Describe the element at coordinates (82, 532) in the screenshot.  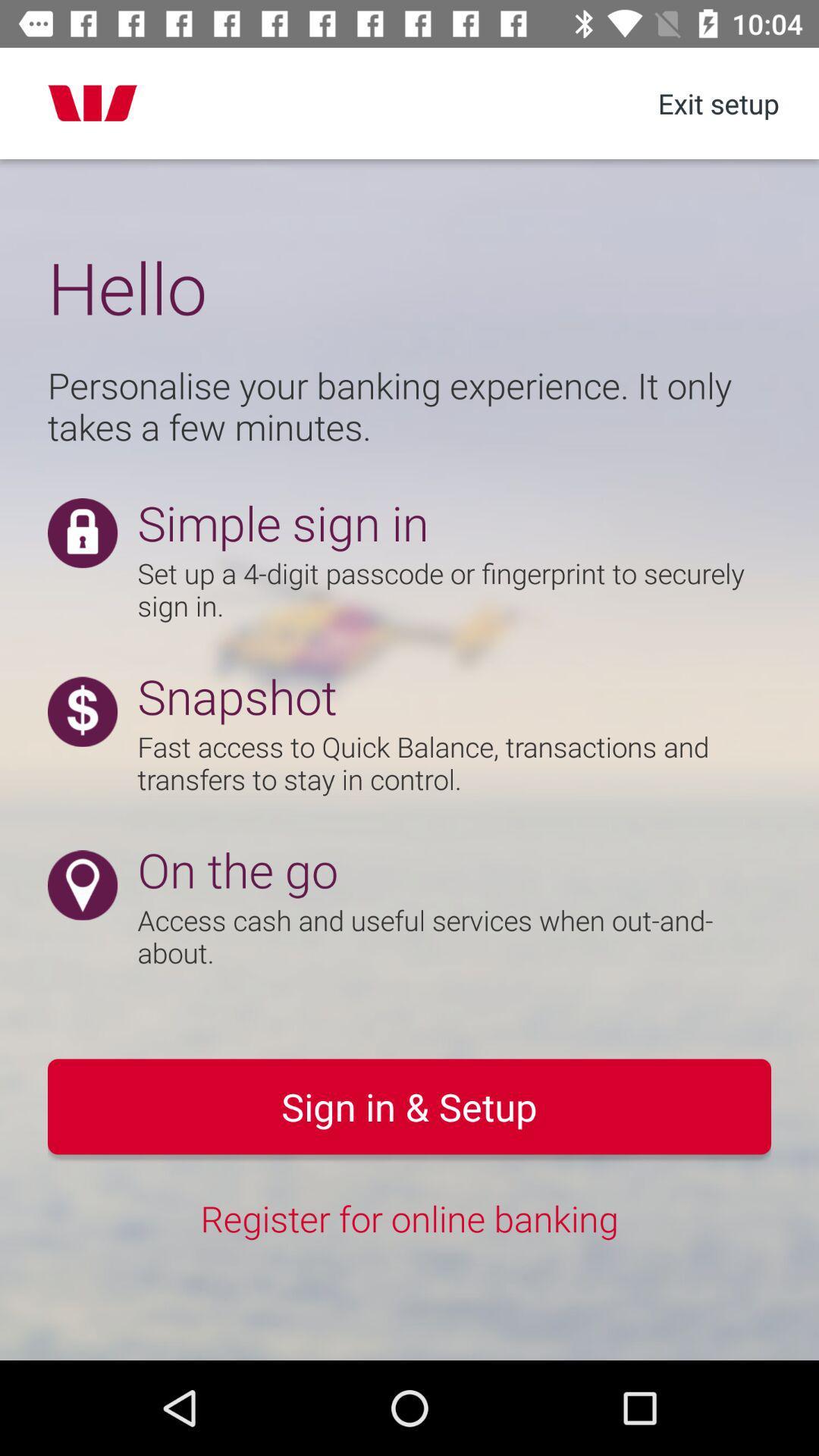
I see `the lock icon to the left side of the simple sign in` at that location.